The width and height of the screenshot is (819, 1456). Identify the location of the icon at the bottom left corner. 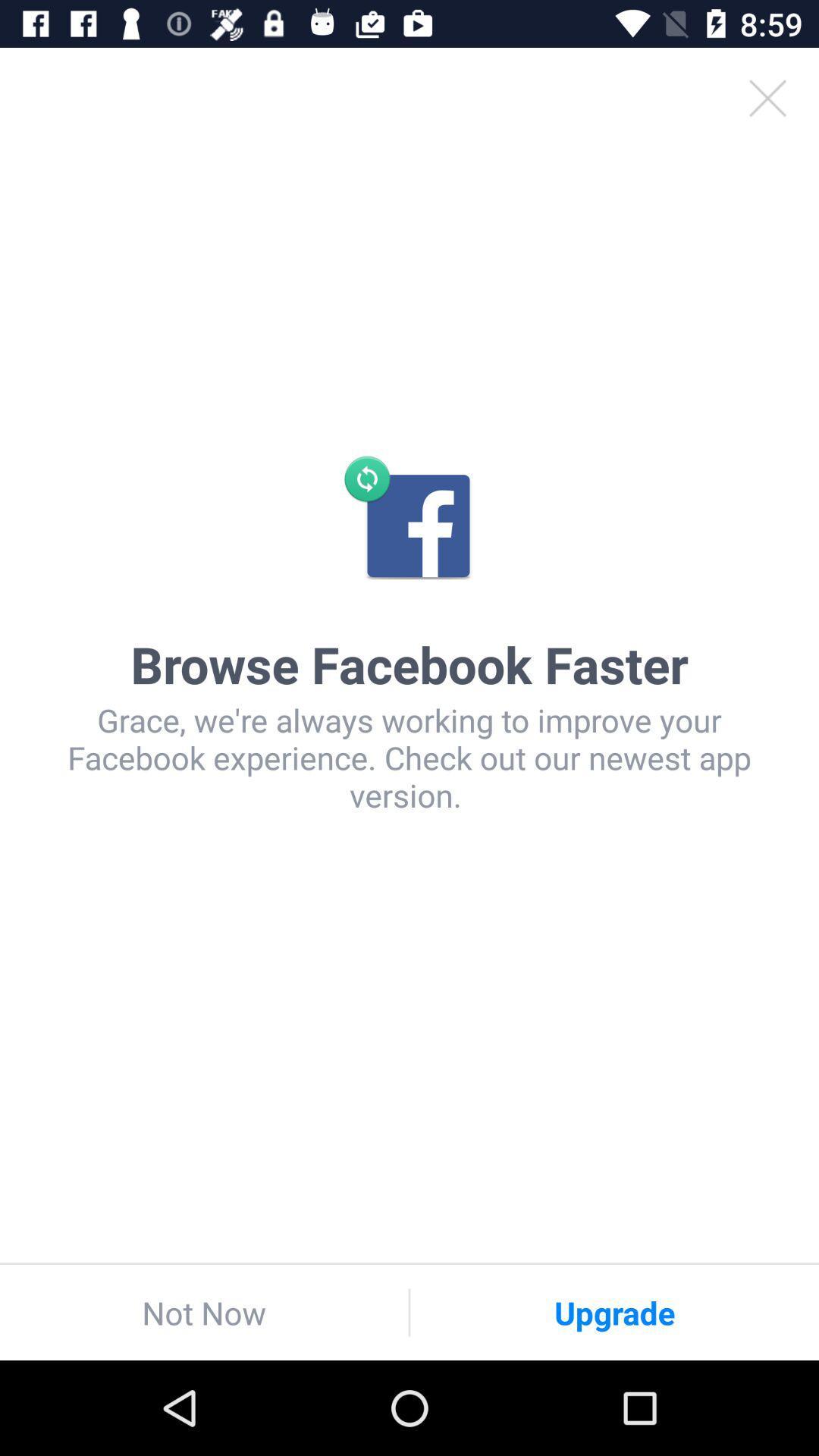
(203, 1312).